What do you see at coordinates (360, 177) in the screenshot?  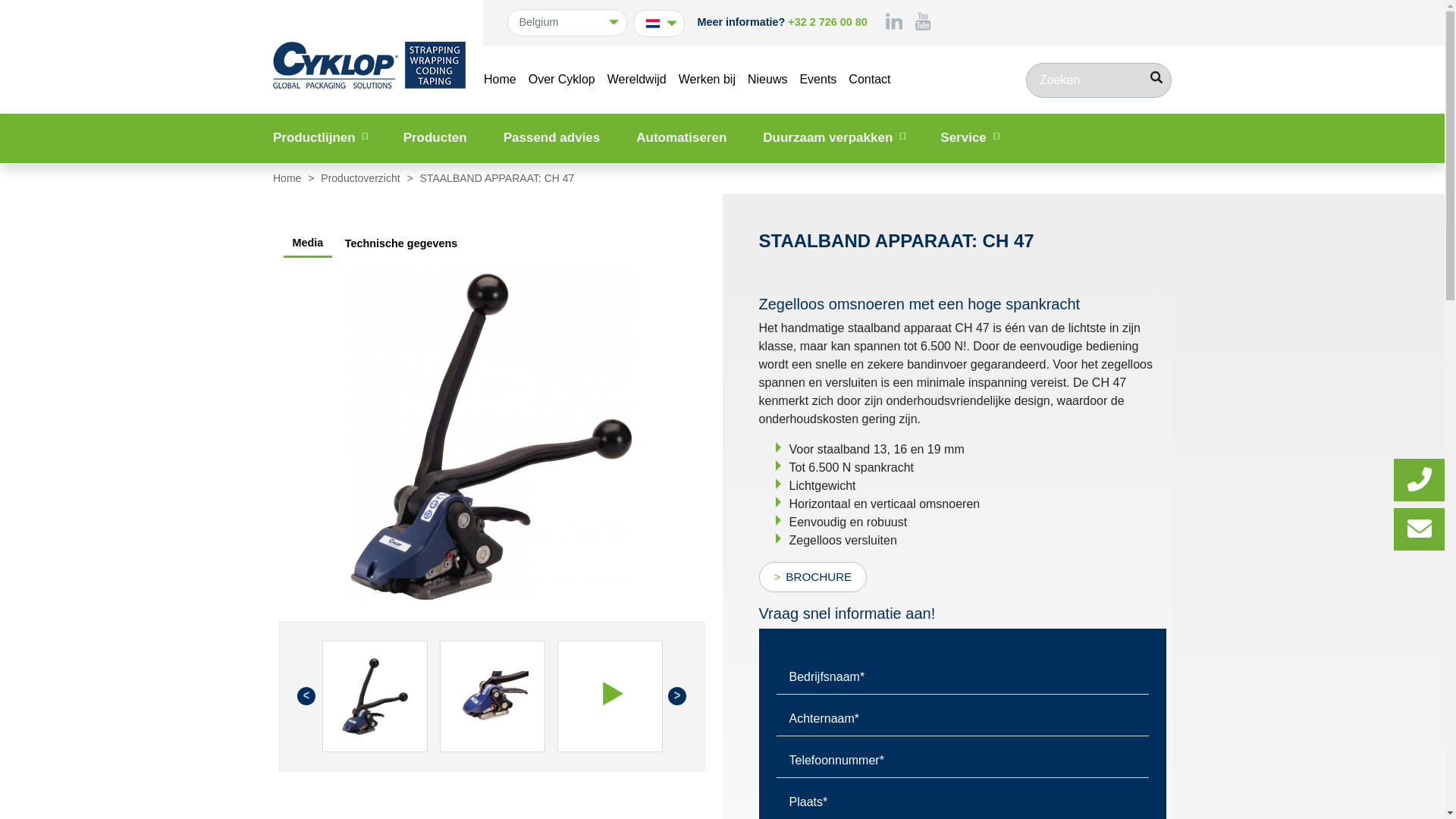 I see `'Productoverzicht'` at bounding box center [360, 177].